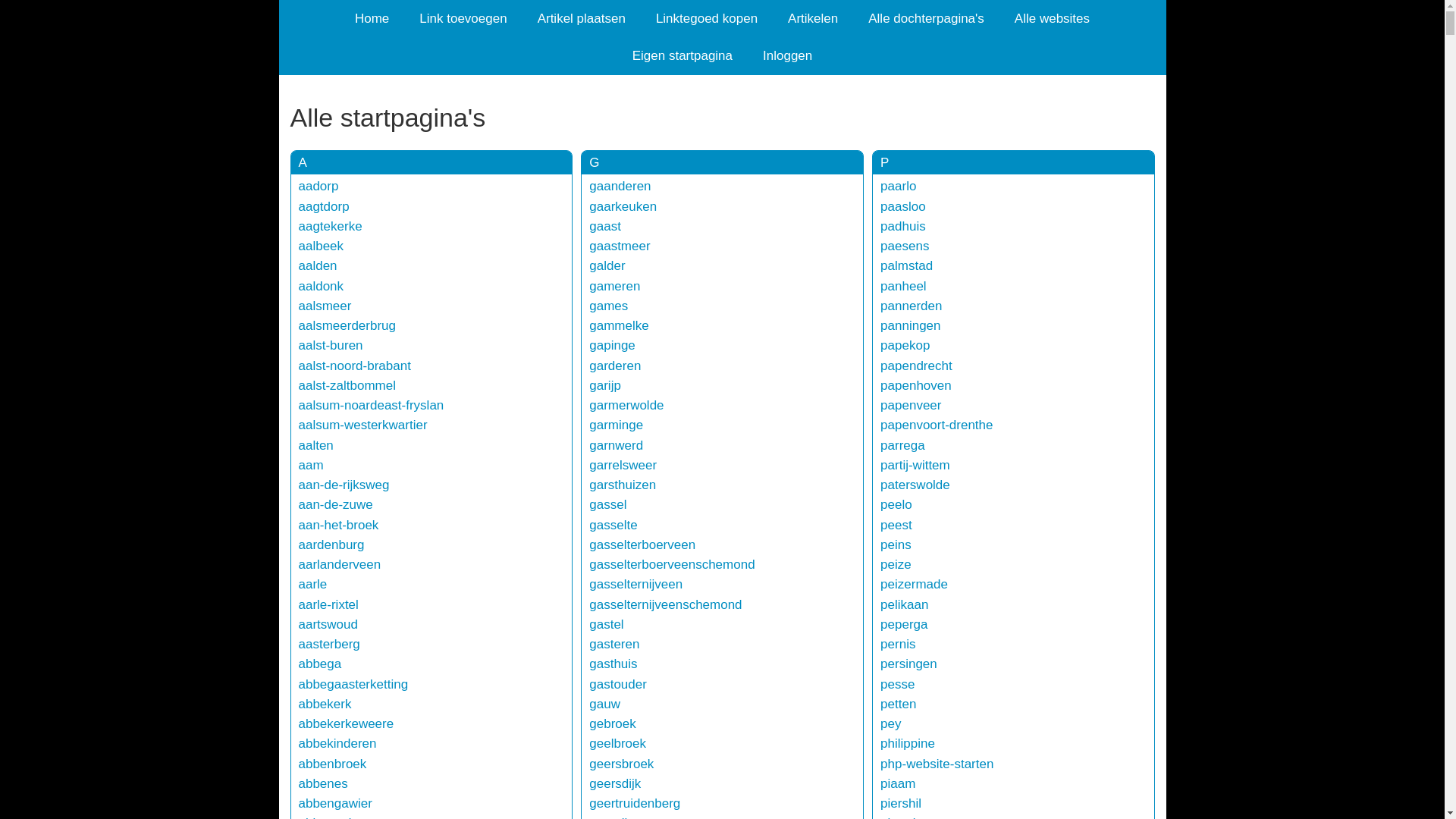  I want to click on 'paarlo', so click(880, 185).